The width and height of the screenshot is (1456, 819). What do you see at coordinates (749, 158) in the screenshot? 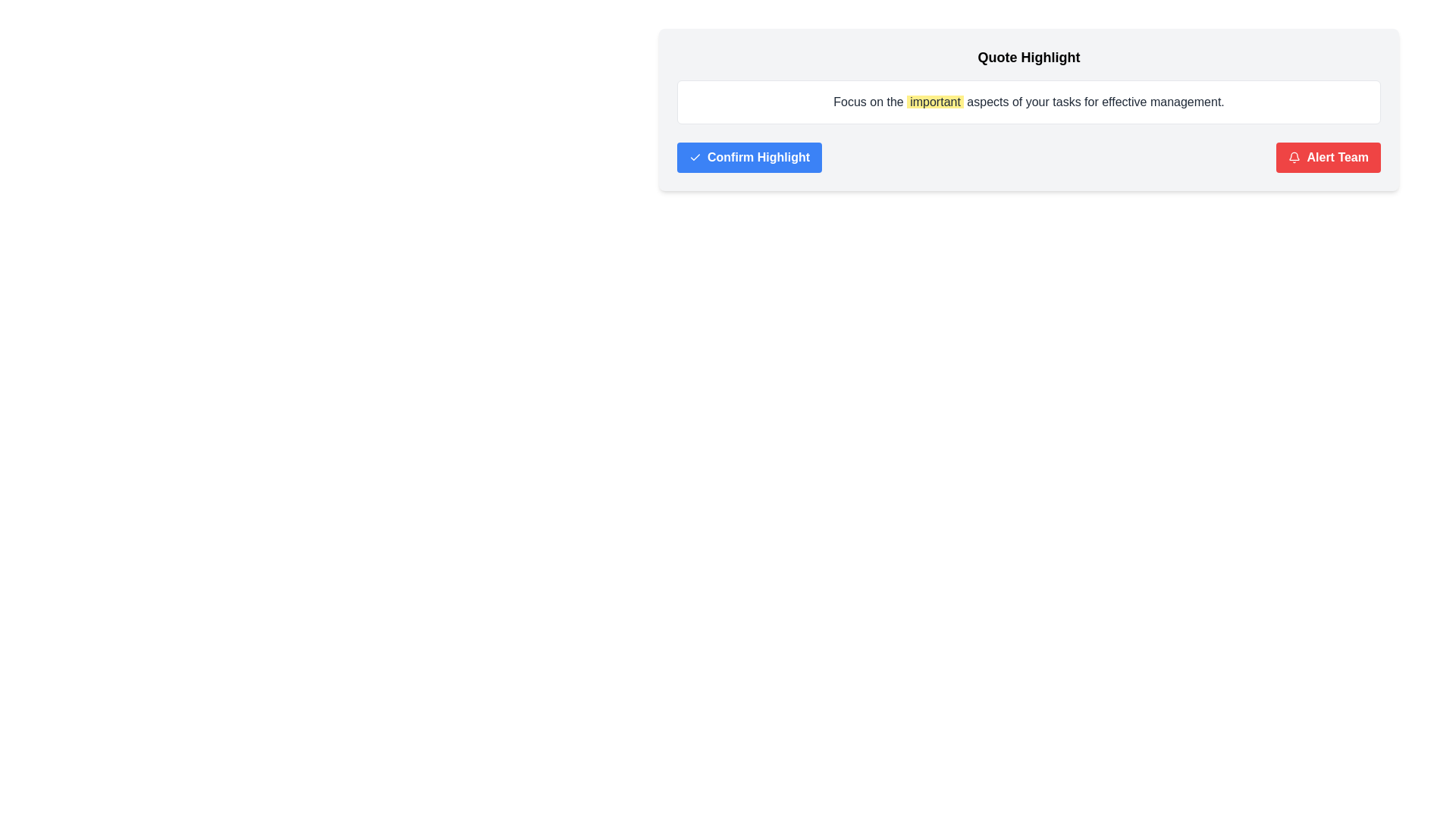
I see `the blue rectangular button labeled 'Confirm Highlight' with a check icon on the left side` at bounding box center [749, 158].